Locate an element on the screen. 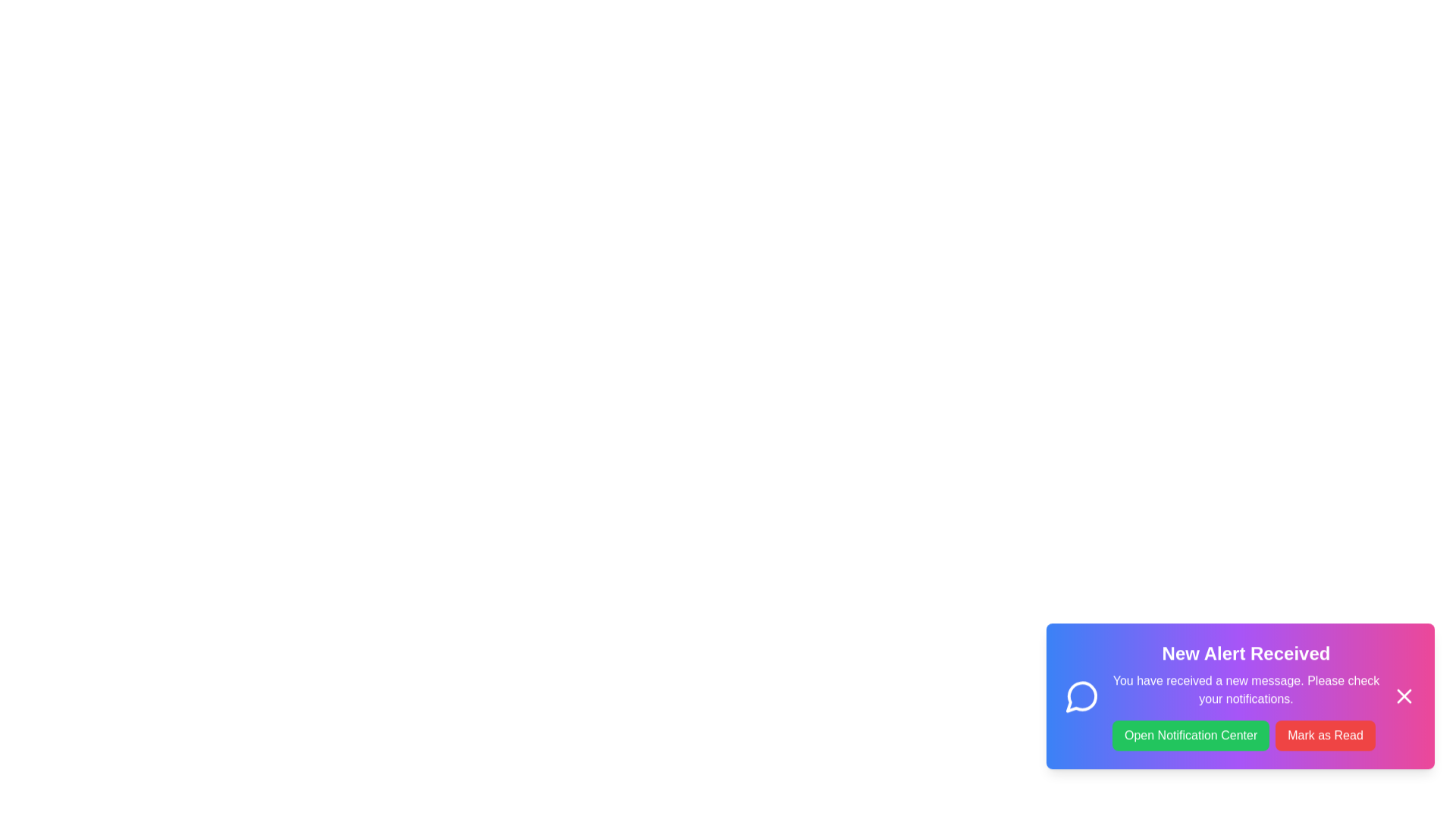 This screenshot has height=819, width=1456. the close button to dismiss the snackbar is located at coordinates (1404, 711).